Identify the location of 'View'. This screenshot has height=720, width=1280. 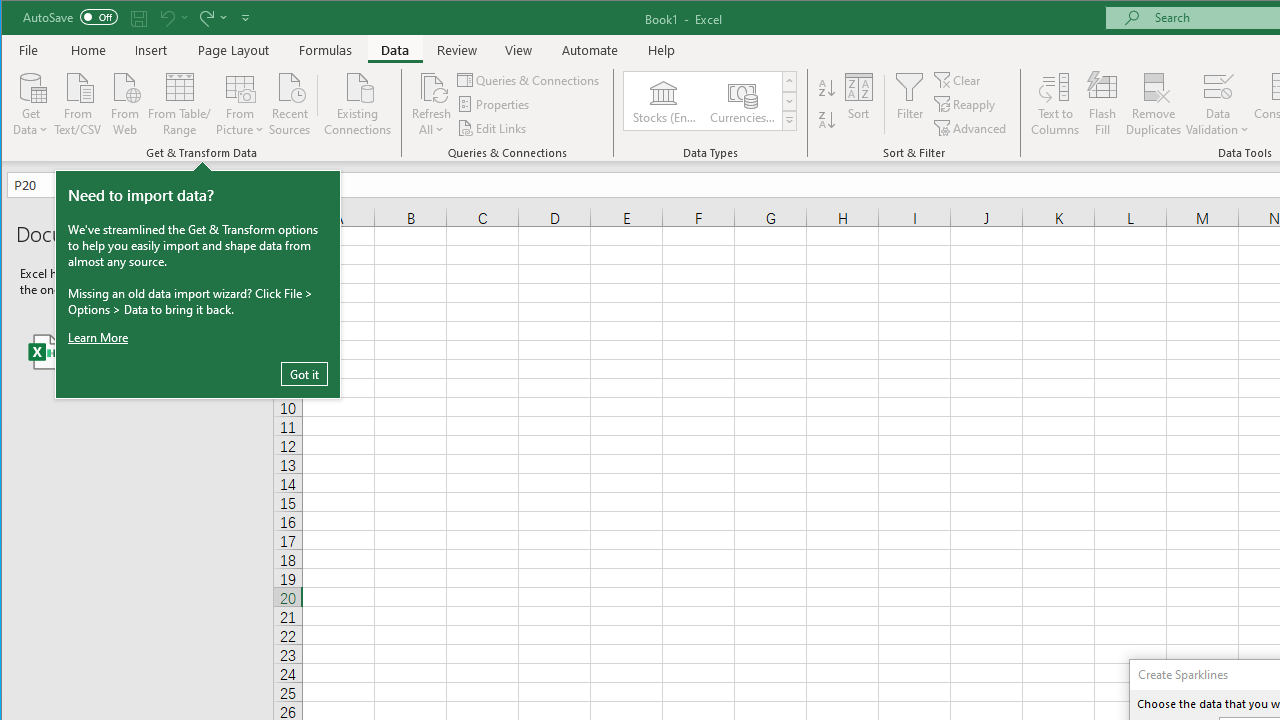
(519, 49).